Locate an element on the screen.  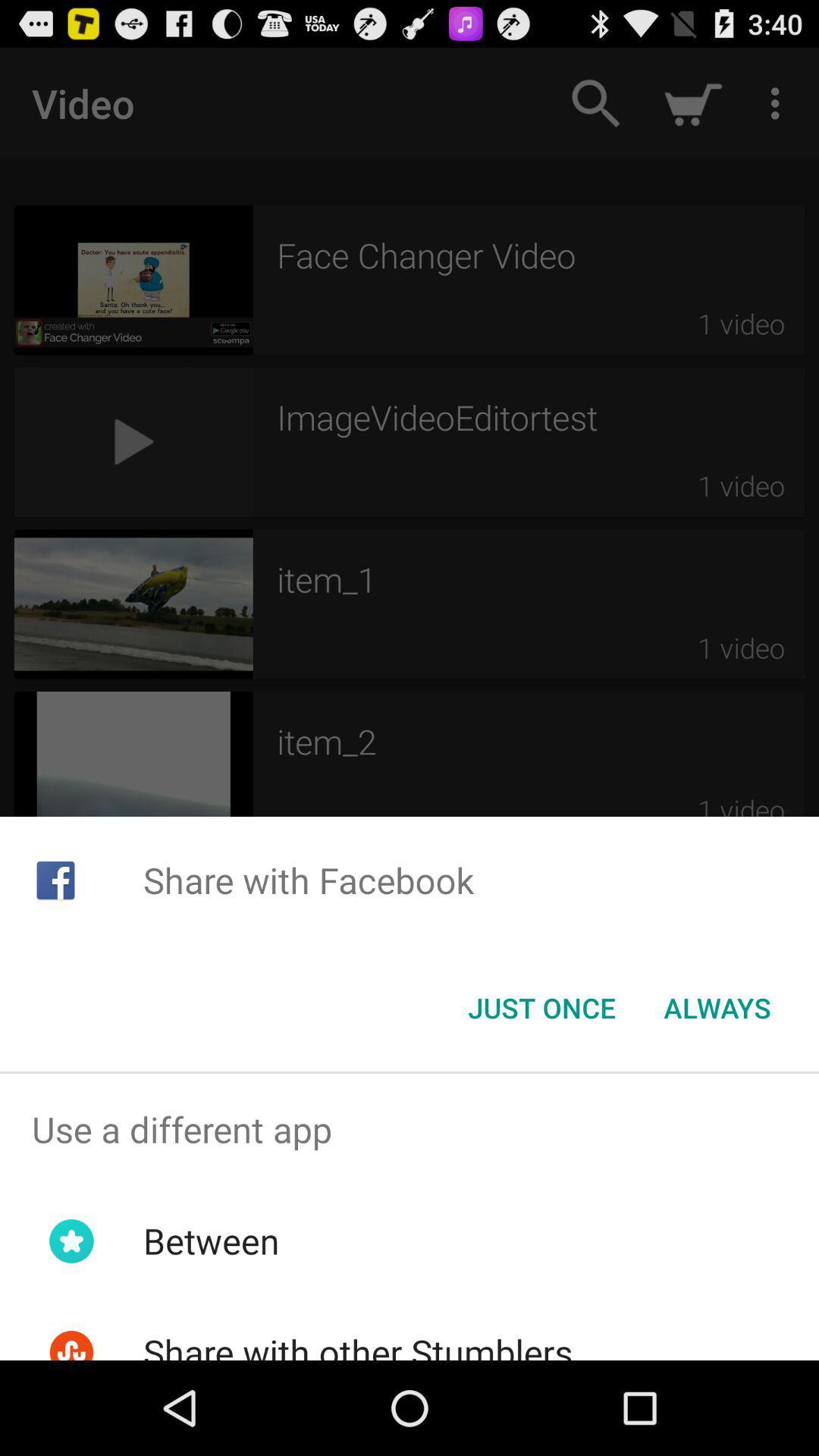
icon next to always item is located at coordinates (541, 1008).